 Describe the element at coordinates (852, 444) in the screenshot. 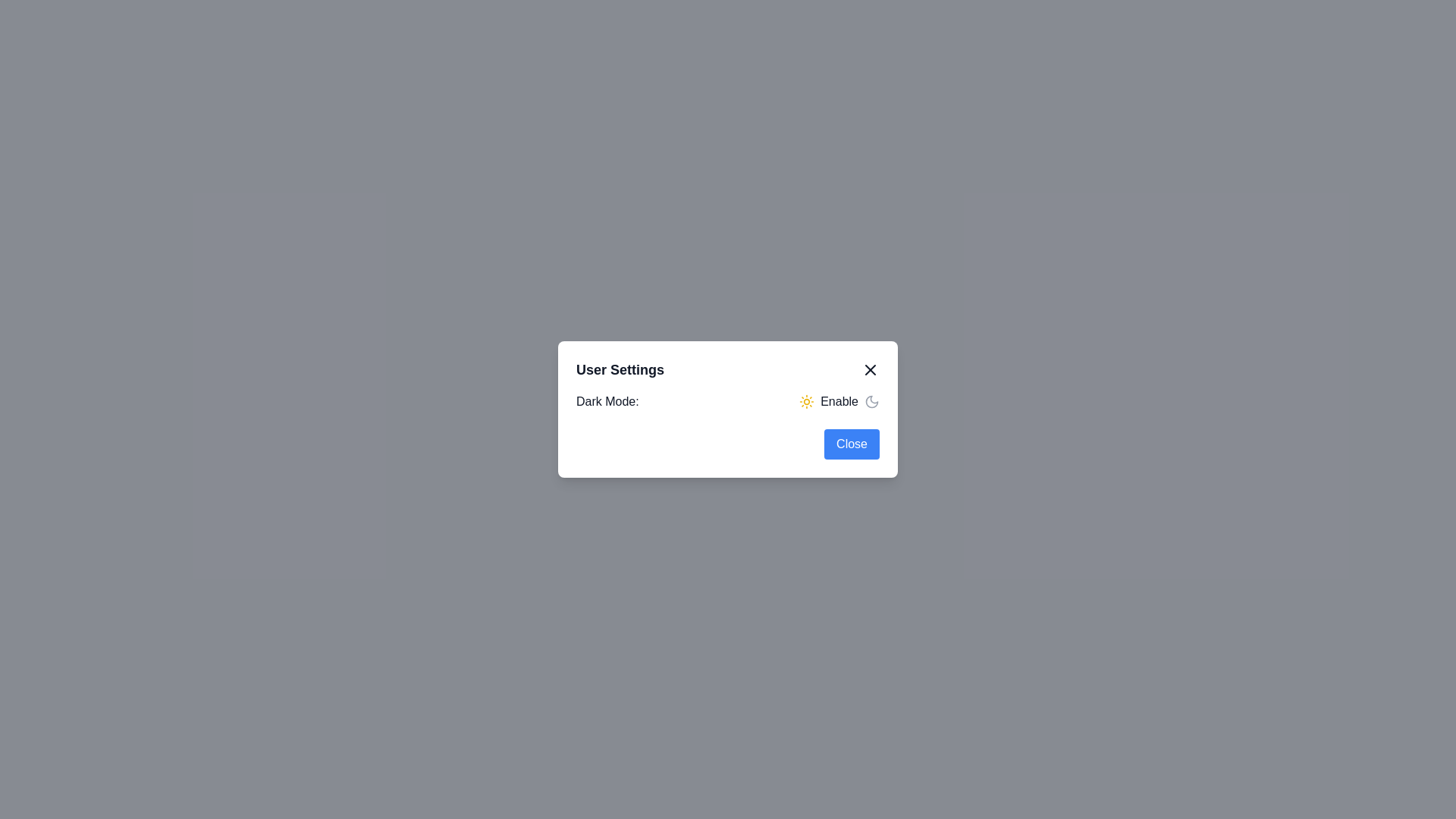

I see `the 'Close' button with a blue background and white text` at that location.